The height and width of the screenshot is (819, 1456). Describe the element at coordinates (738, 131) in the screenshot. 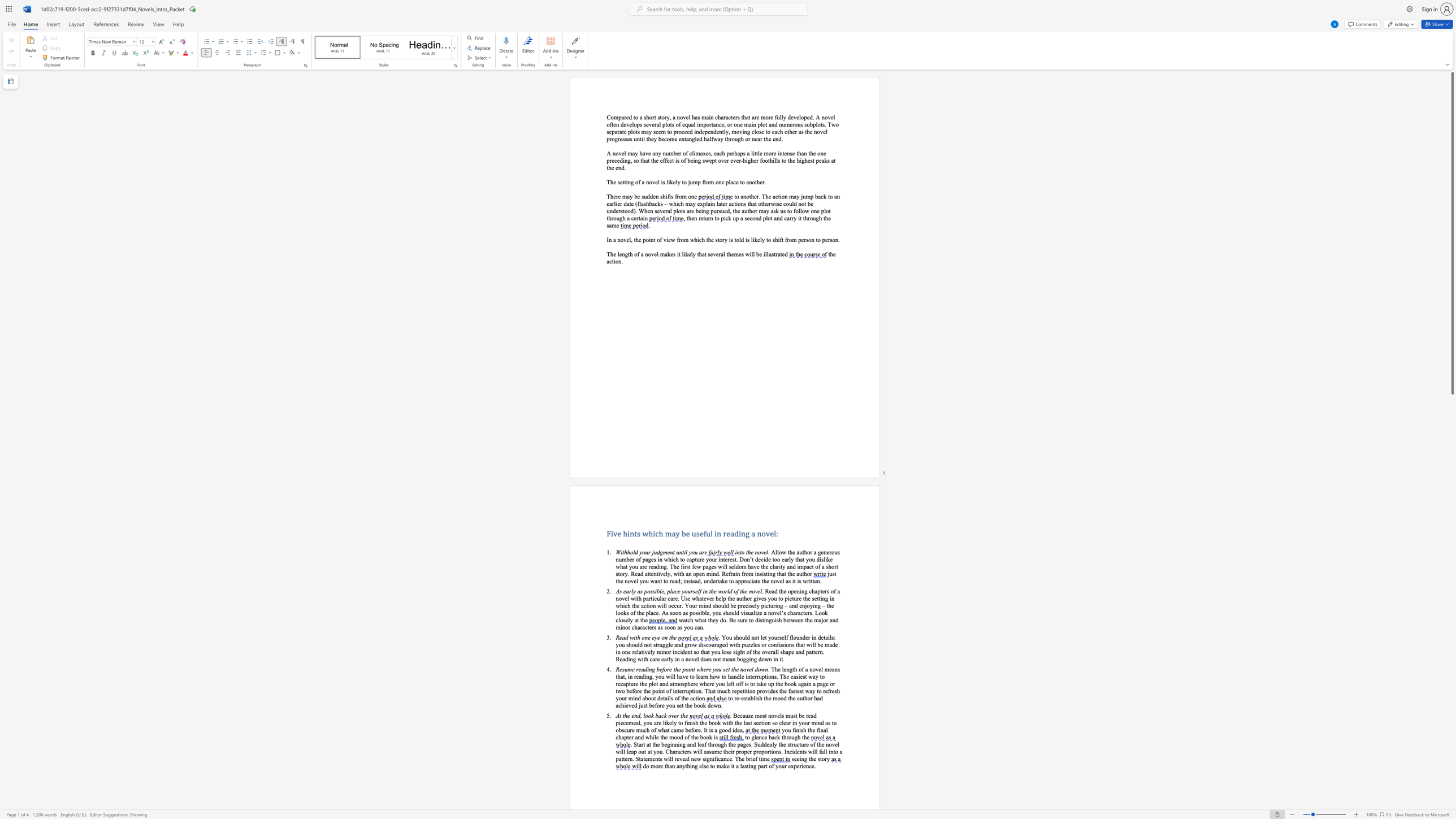

I see `the 1th character "o" in the text` at that location.